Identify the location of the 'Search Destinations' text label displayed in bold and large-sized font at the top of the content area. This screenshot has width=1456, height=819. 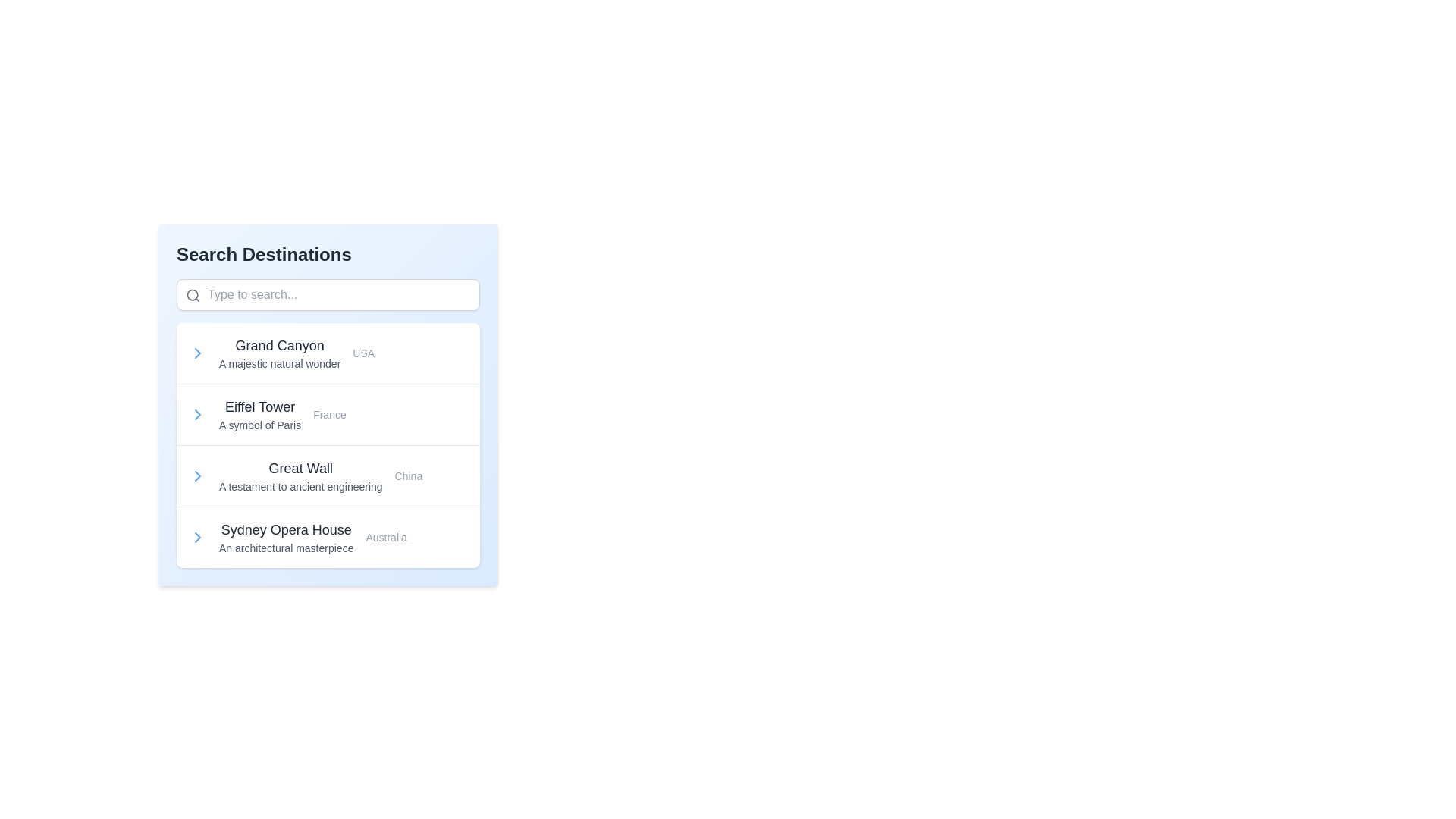
(327, 253).